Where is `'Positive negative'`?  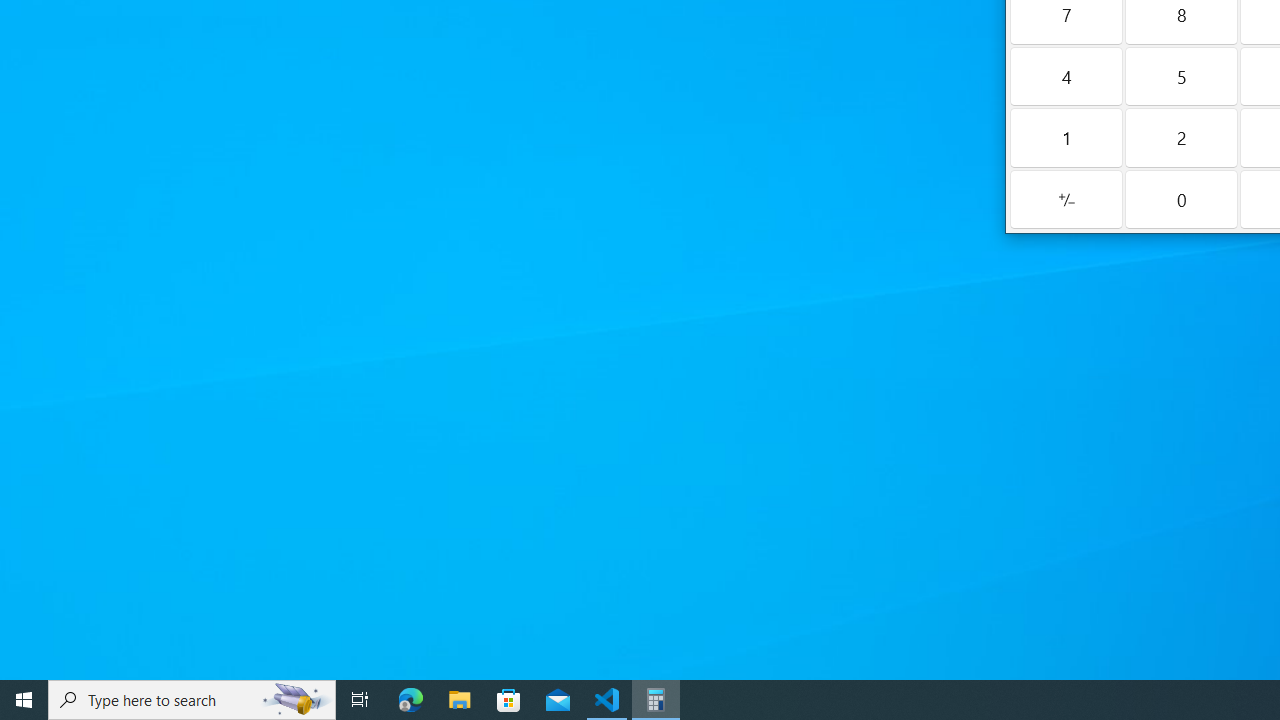
'Positive negative' is located at coordinates (1065, 199).